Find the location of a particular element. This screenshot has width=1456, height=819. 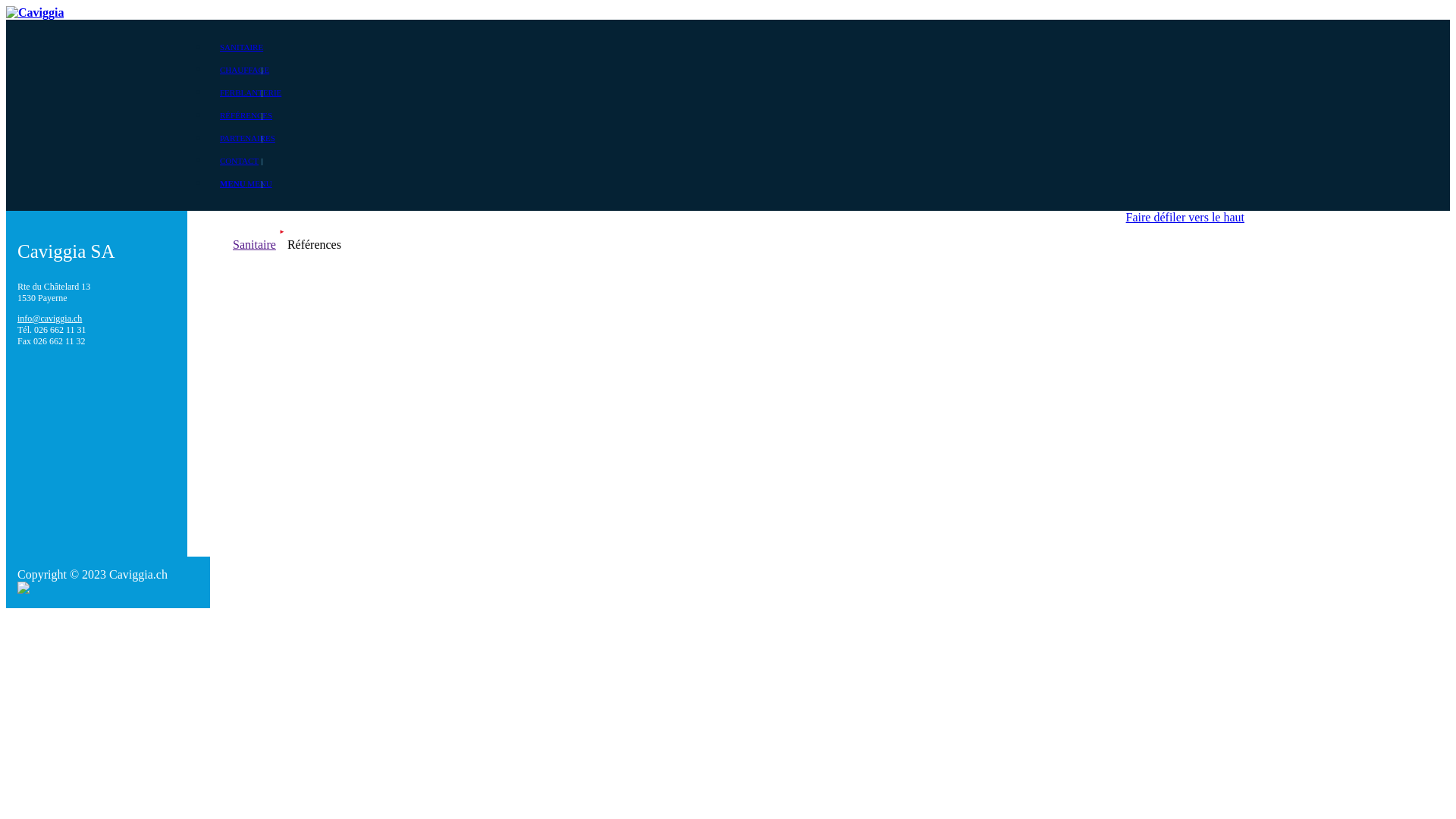

'CONTACT' is located at coordinates (238, 161).